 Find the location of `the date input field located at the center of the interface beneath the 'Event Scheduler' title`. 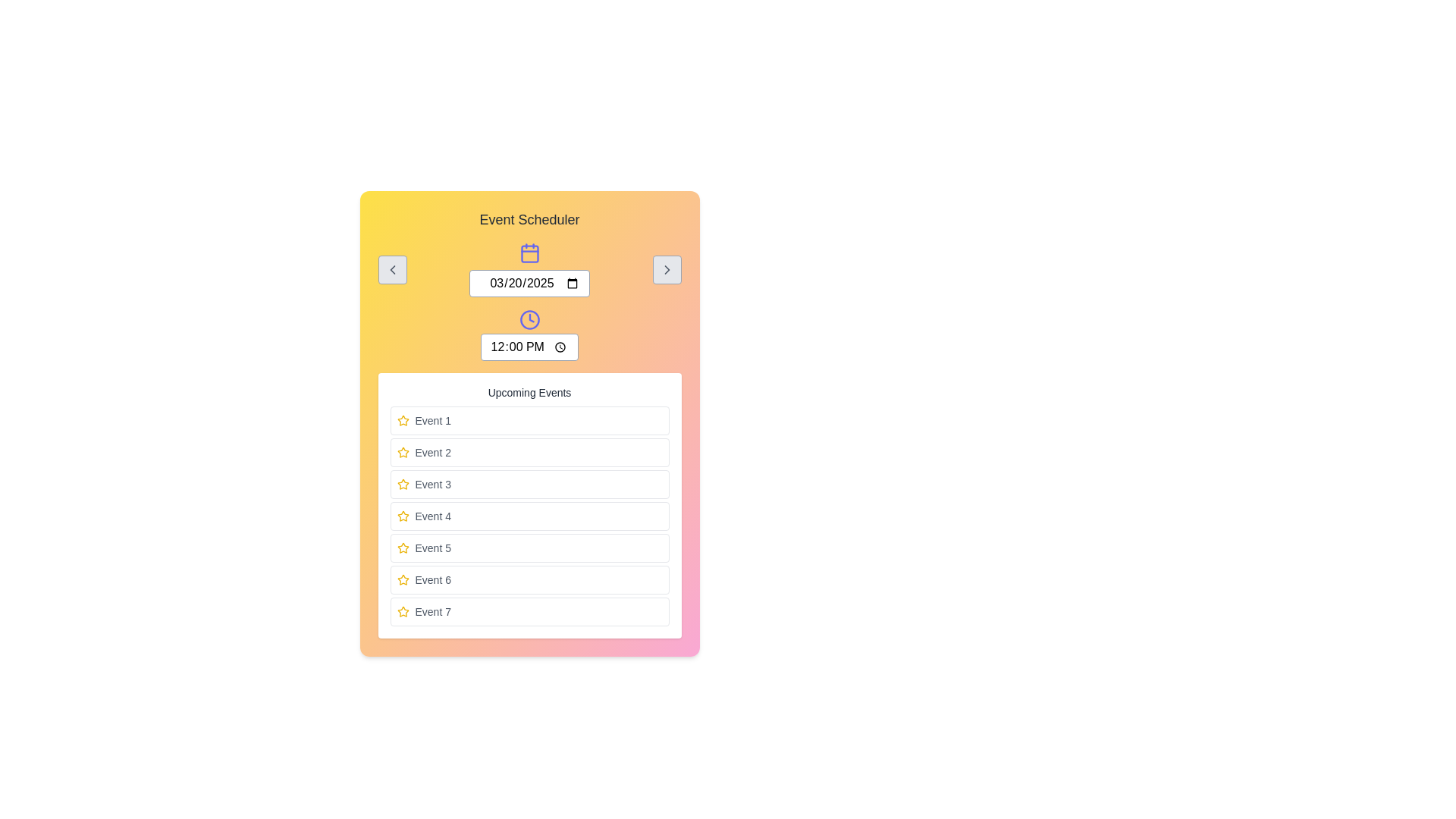

the date input field located at the center of the interface beneath the 'Event Scheduler' title is located at coordinates (529, 268).